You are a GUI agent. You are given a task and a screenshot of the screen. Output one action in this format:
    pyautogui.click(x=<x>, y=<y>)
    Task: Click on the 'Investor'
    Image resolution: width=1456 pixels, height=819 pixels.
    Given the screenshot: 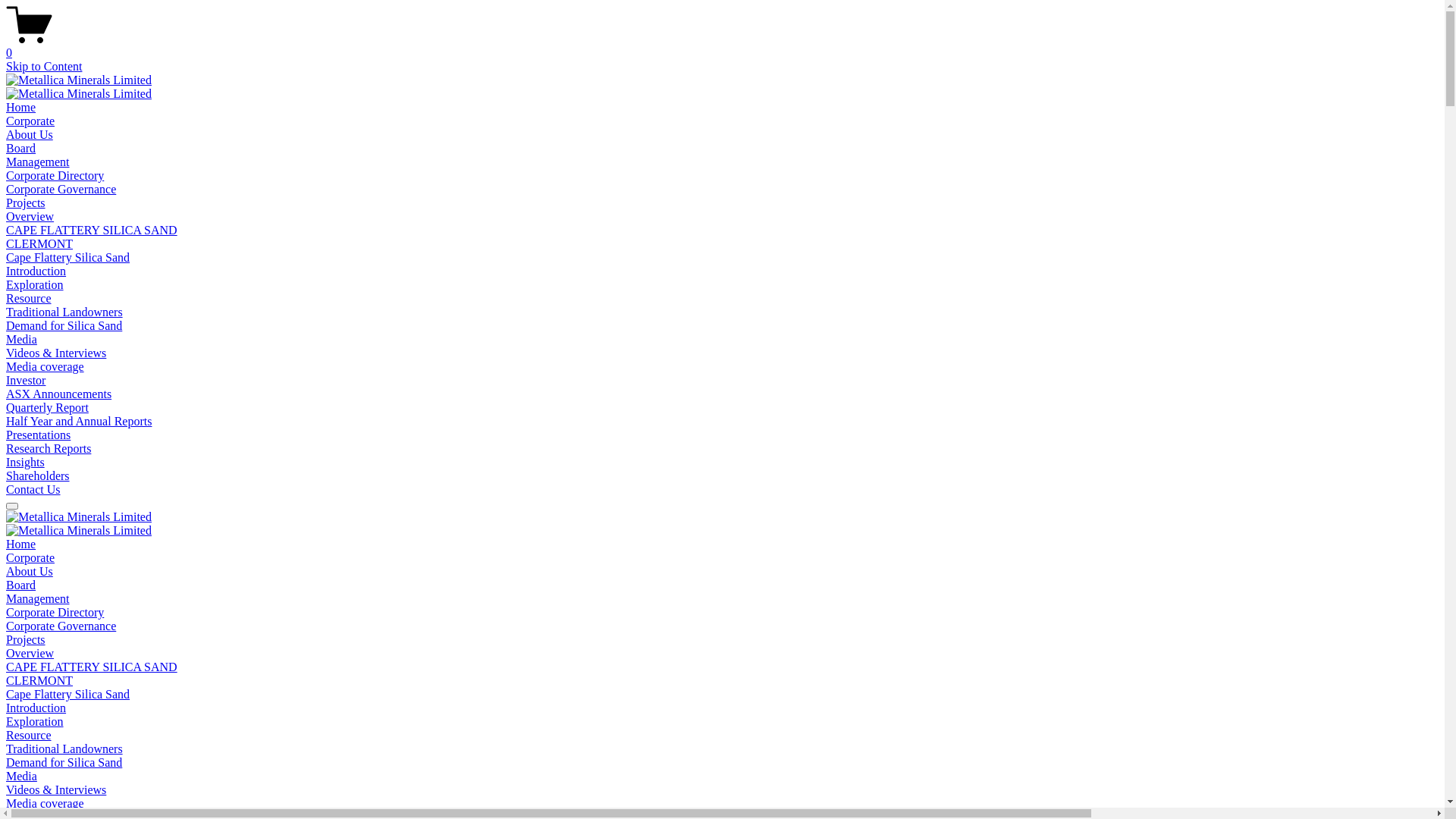 What is the action you would take?
    pyautogui.click(x=25, y=379)
    